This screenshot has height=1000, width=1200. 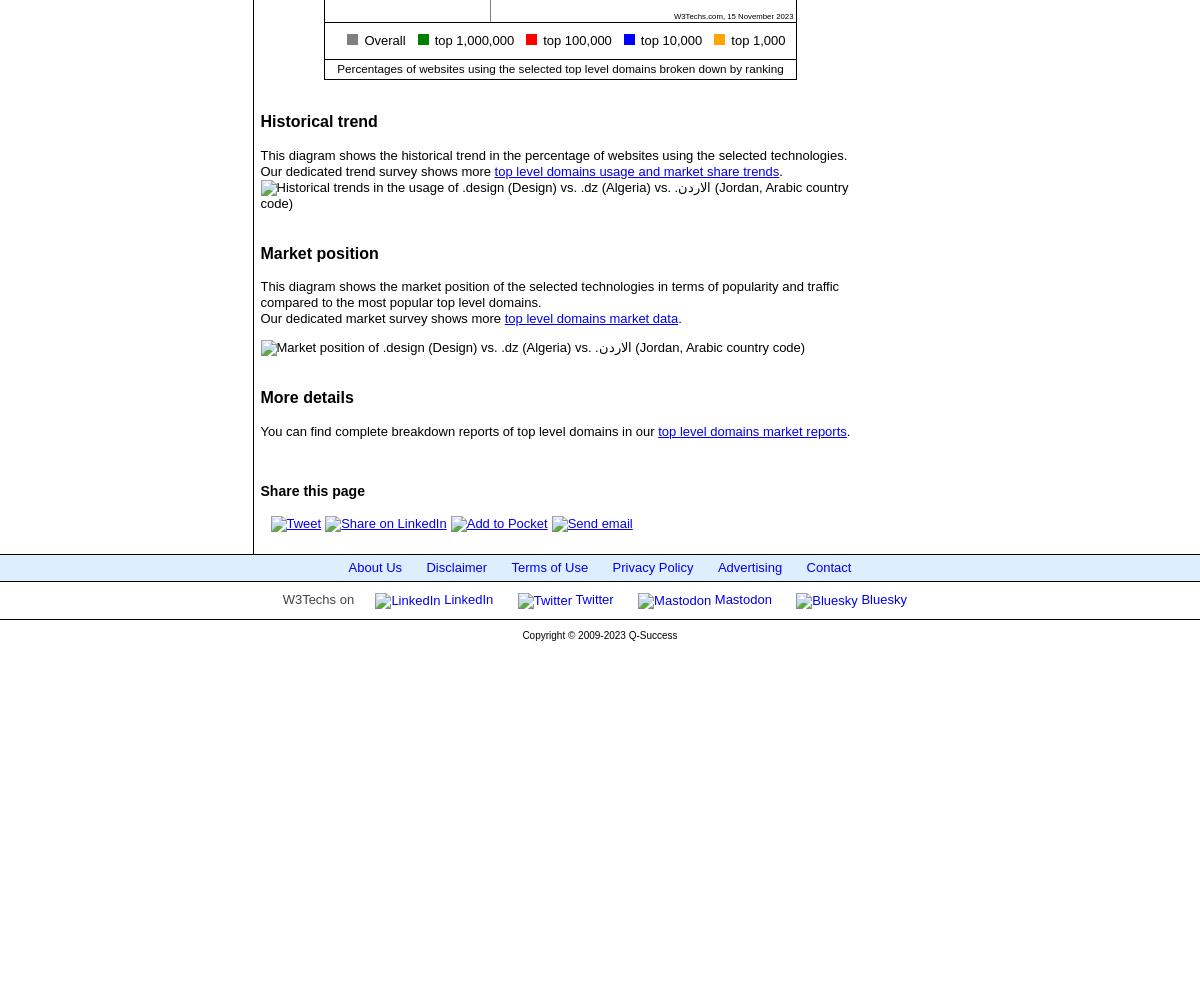 I want to click on 'top level domains market reports', so click(x=751, y=430).